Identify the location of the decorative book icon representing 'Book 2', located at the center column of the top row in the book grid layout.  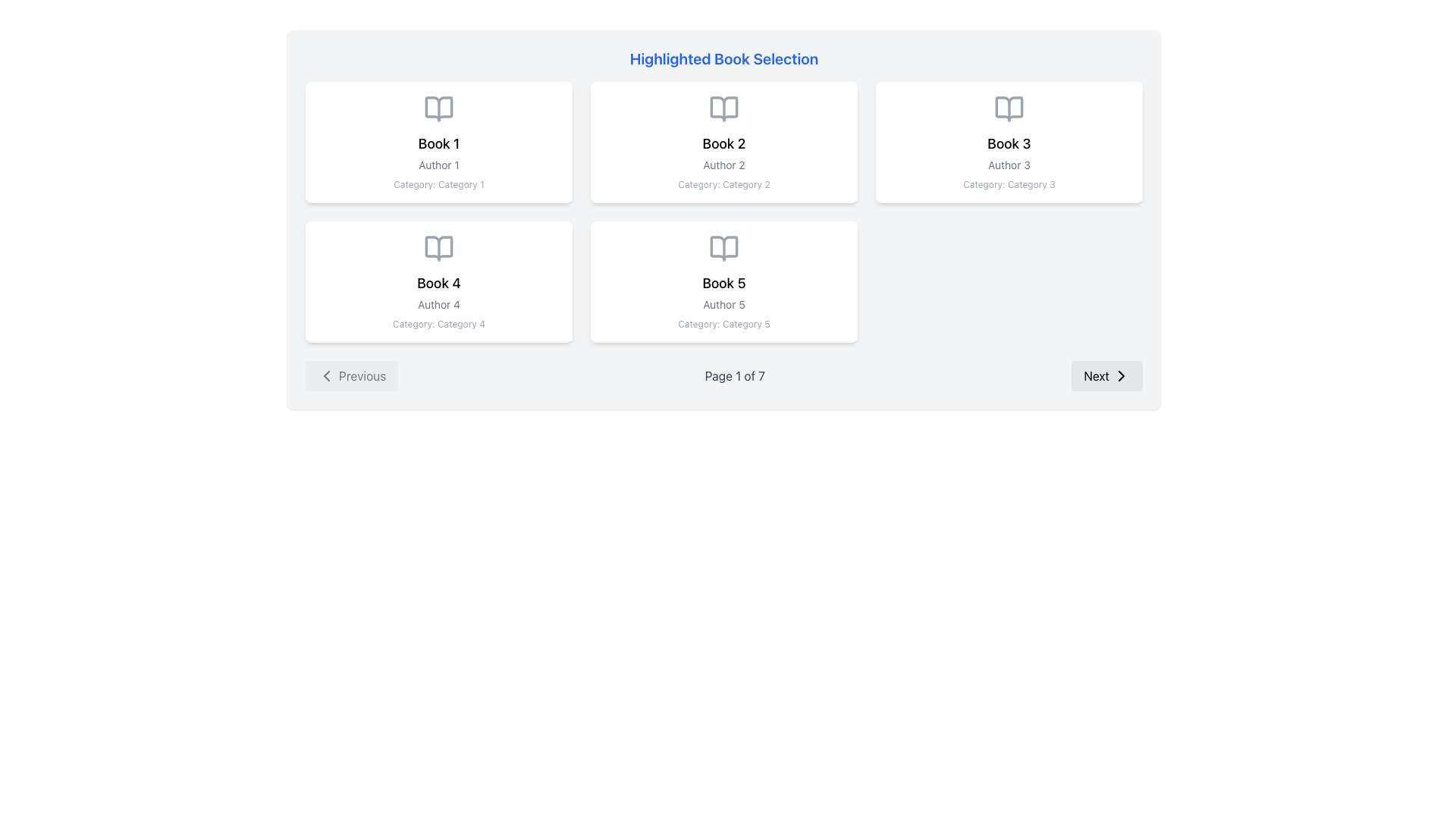
(723, 108).